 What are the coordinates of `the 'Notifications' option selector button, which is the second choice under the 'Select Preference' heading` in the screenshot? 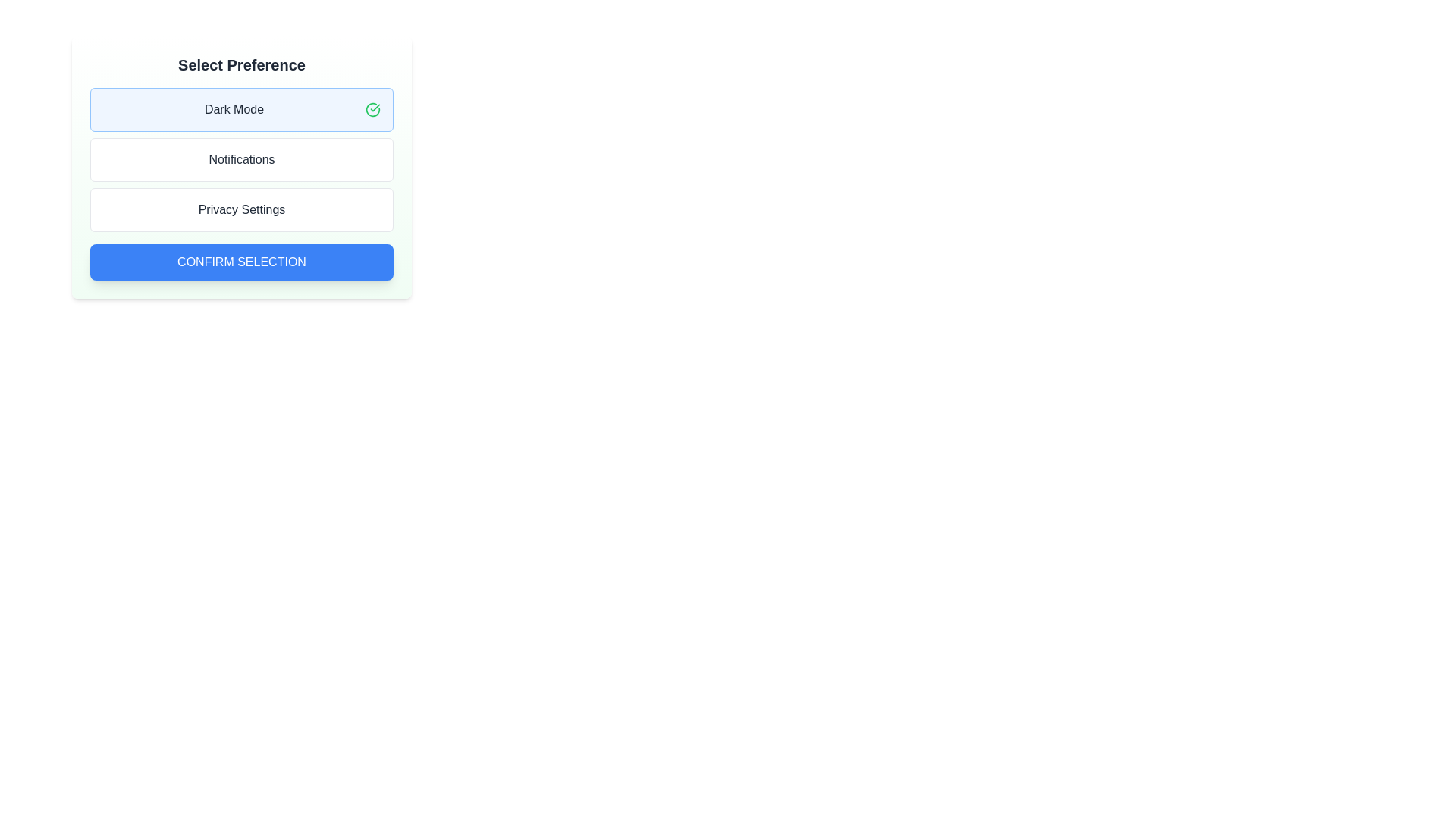 It's located at (240, 167).